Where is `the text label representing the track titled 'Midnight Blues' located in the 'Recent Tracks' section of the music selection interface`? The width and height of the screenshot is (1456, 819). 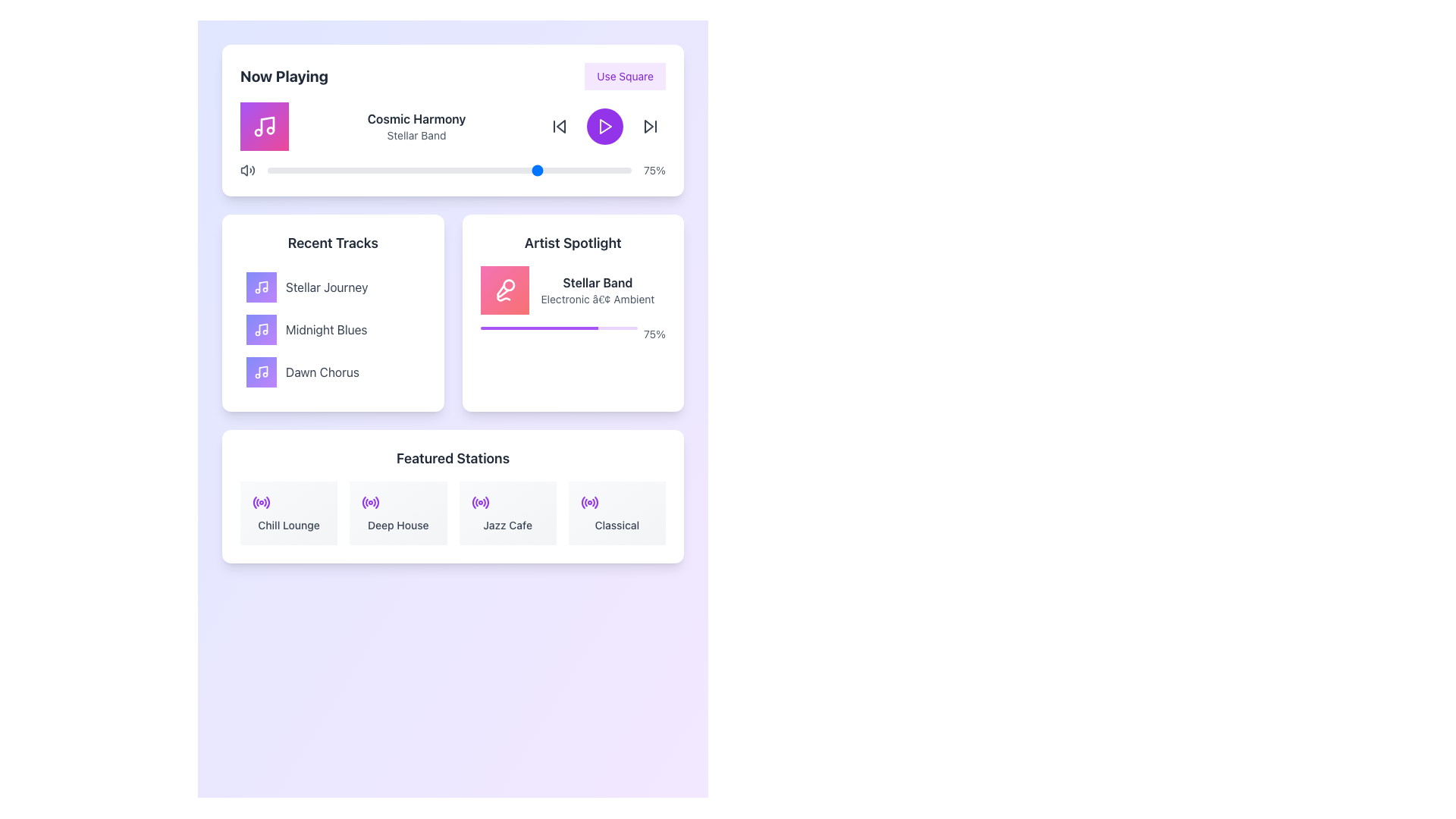 the text label representing the track titled 'Midnight Blues' located in the 'Recent Tracks' section of the music selection interface is located at coordinates (325, 329).